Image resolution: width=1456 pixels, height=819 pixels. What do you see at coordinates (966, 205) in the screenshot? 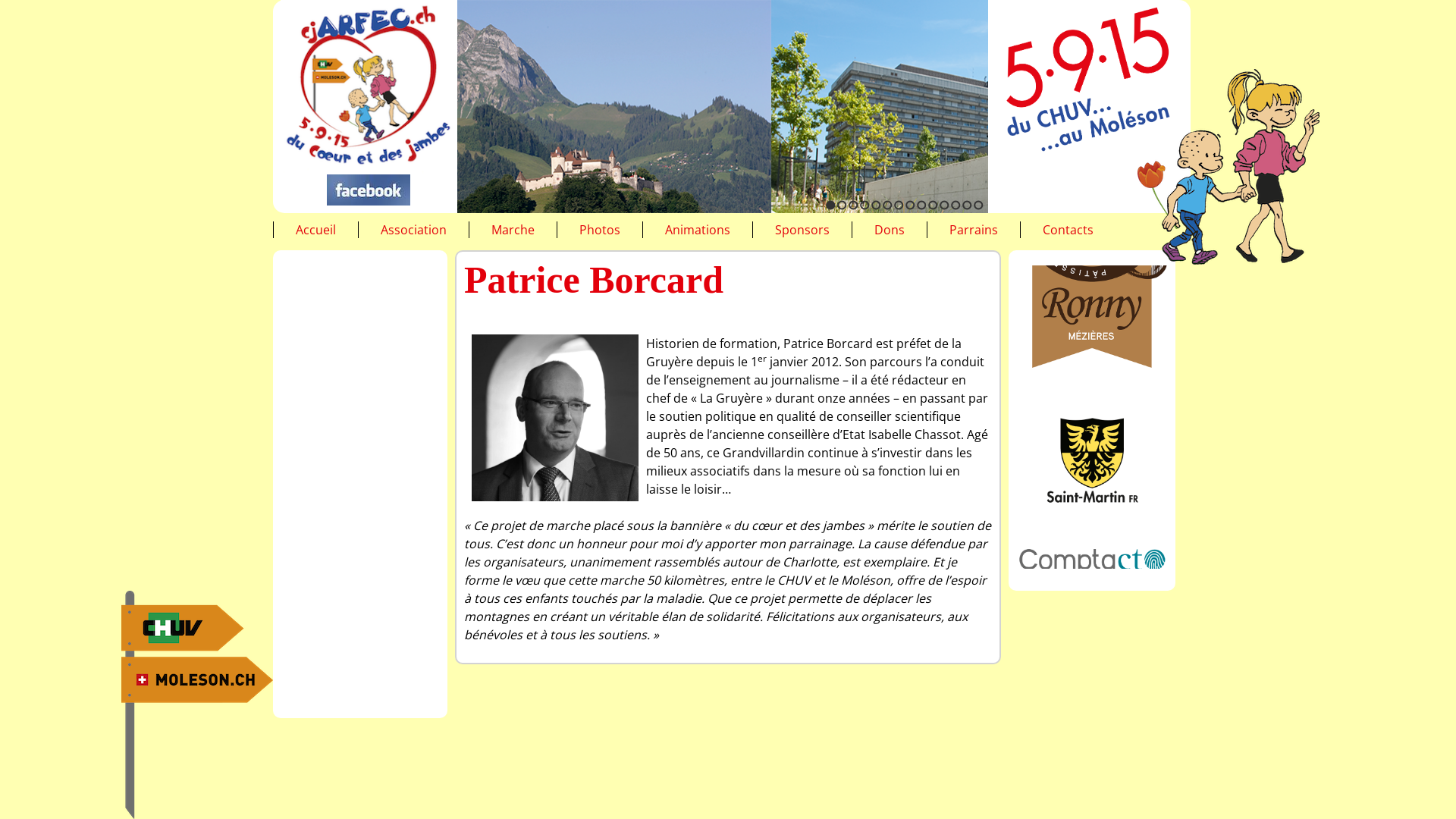
I see `'13'` at bounding box center [966, 205].